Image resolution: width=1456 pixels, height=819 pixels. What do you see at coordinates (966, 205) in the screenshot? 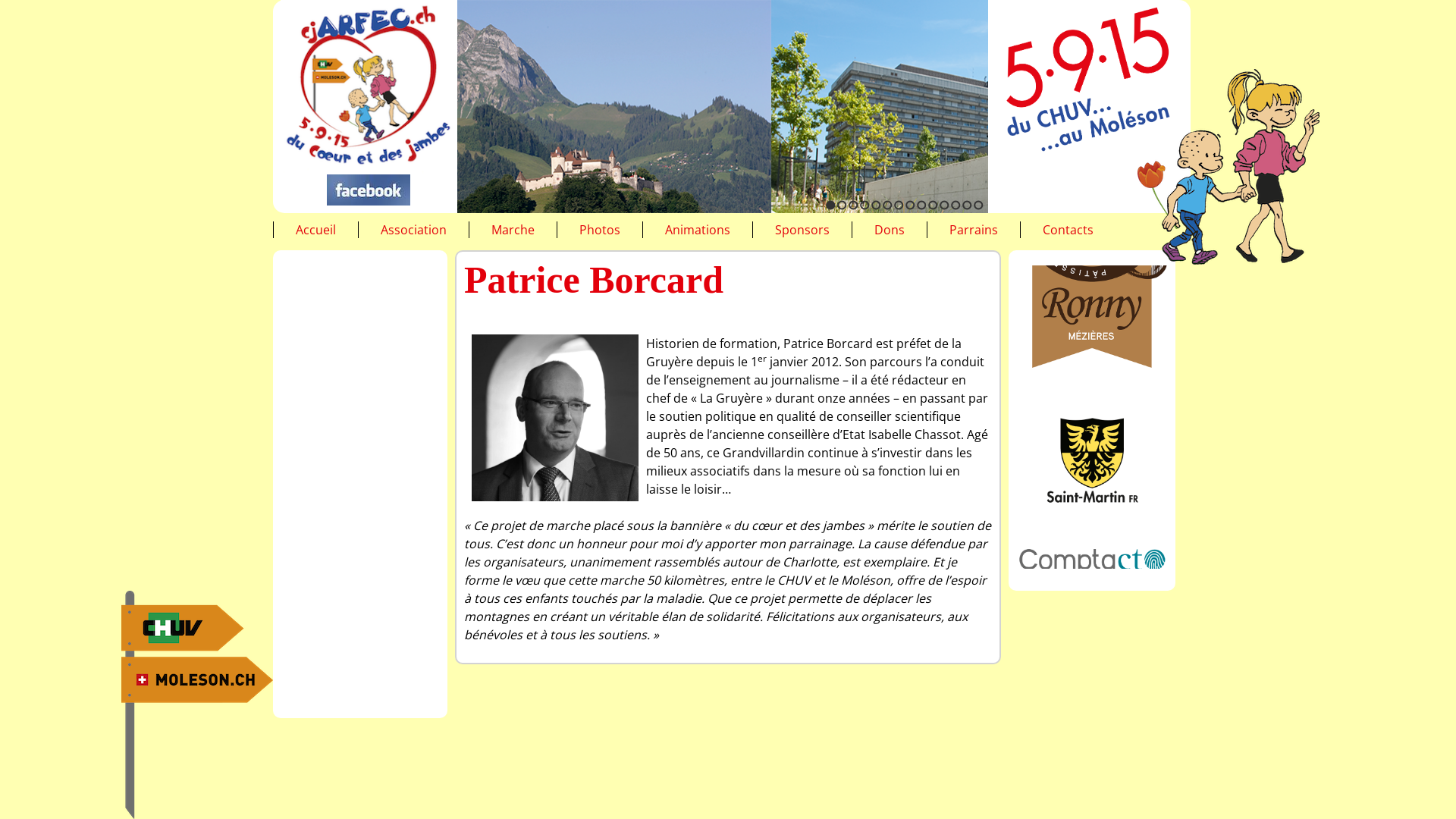
I see `'13'` at bounding box center [966, 205].